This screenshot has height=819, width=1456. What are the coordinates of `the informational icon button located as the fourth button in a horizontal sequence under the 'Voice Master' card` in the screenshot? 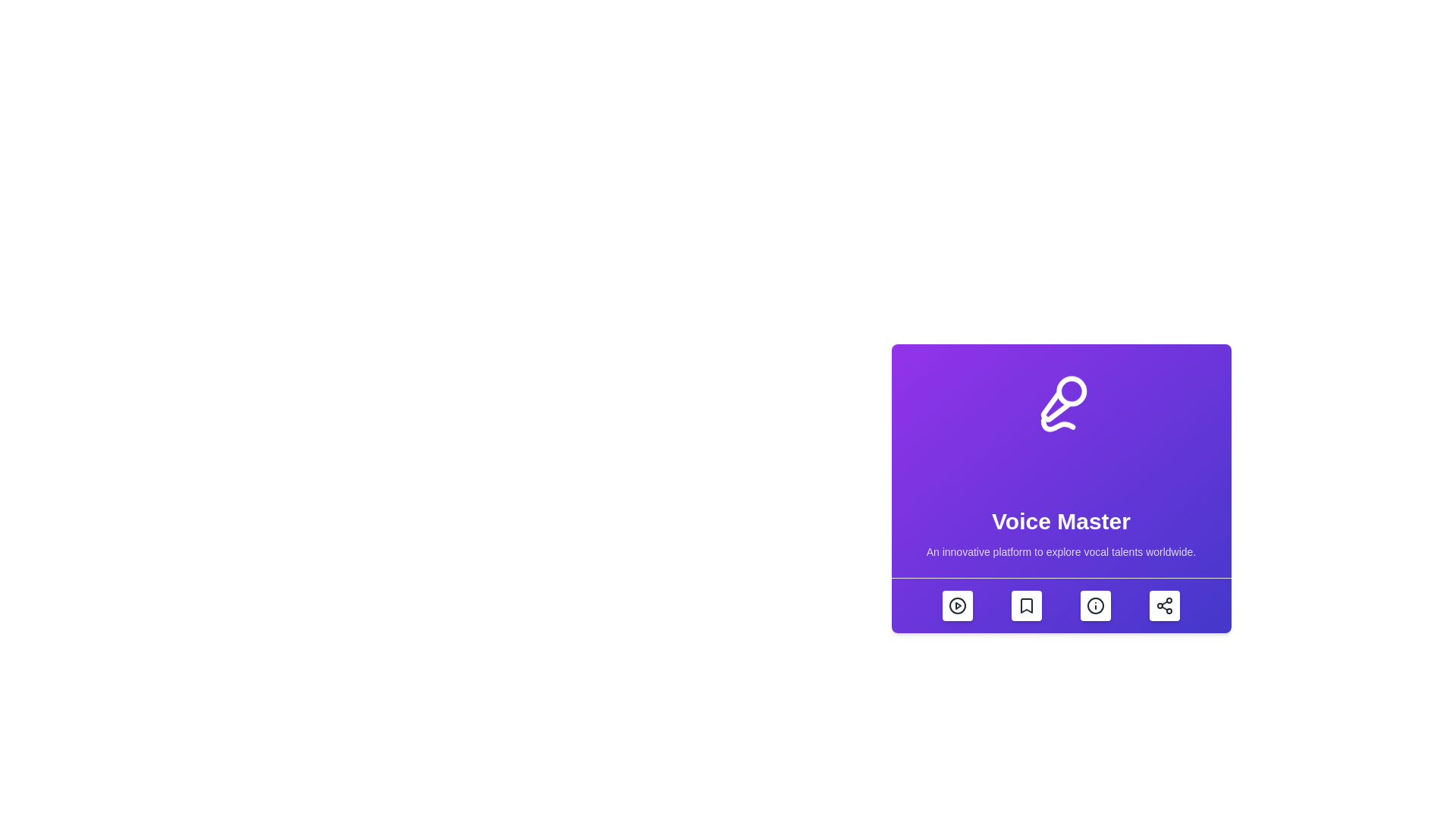 It's located at (1095, 604).